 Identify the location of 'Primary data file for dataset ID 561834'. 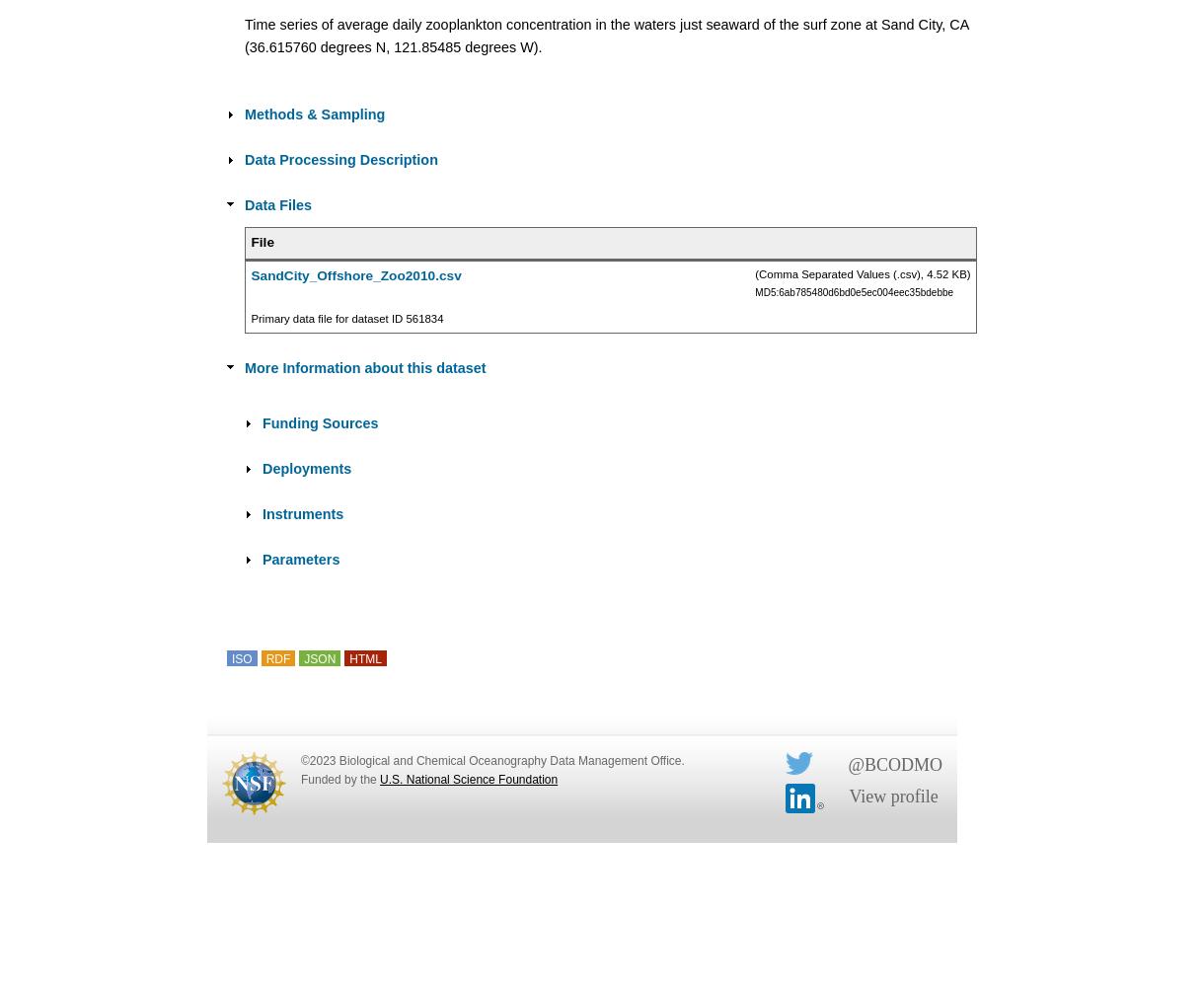
(346, 317).